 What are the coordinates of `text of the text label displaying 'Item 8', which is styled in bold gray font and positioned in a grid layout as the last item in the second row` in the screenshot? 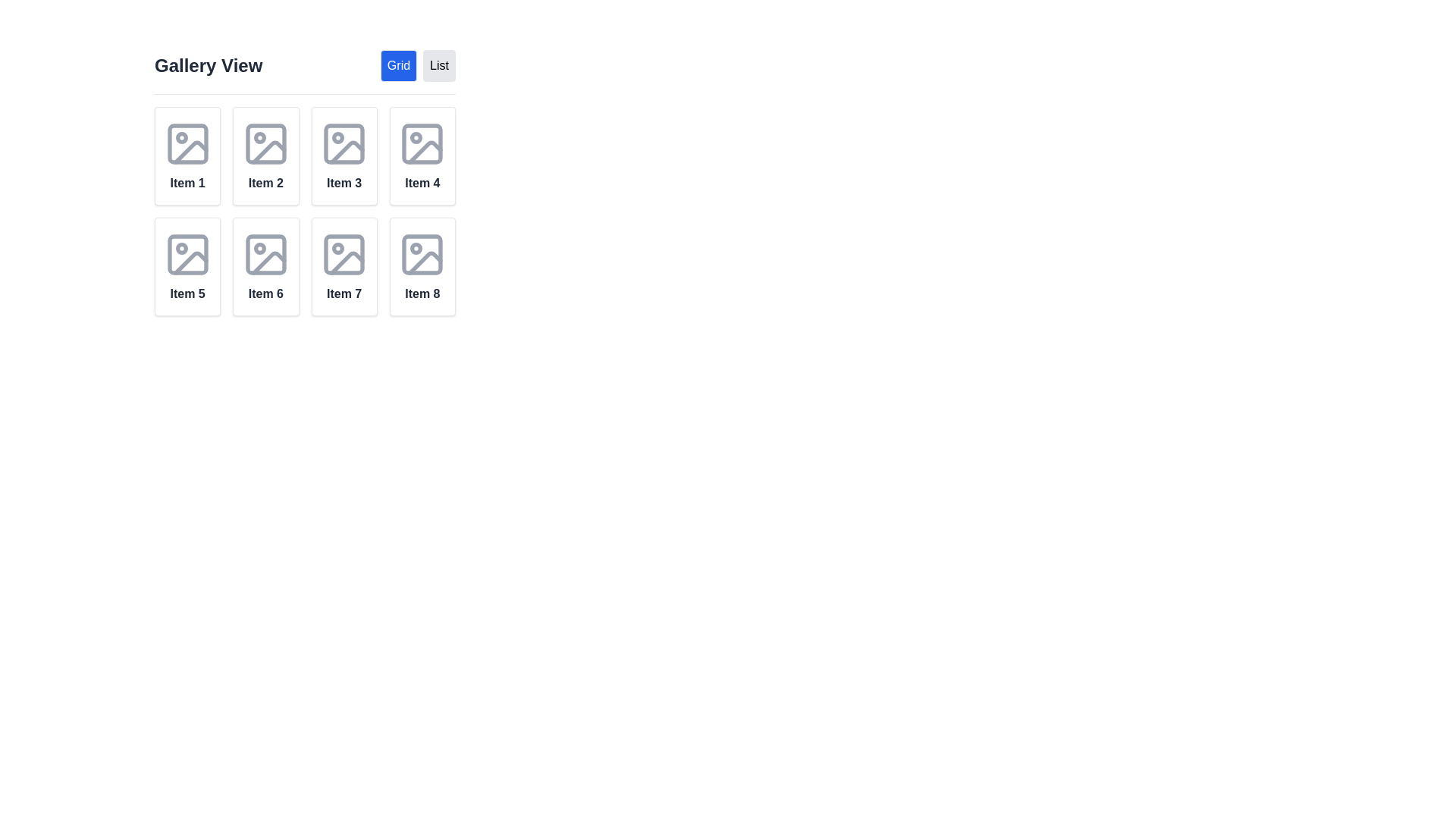 It's located at (422, 294).